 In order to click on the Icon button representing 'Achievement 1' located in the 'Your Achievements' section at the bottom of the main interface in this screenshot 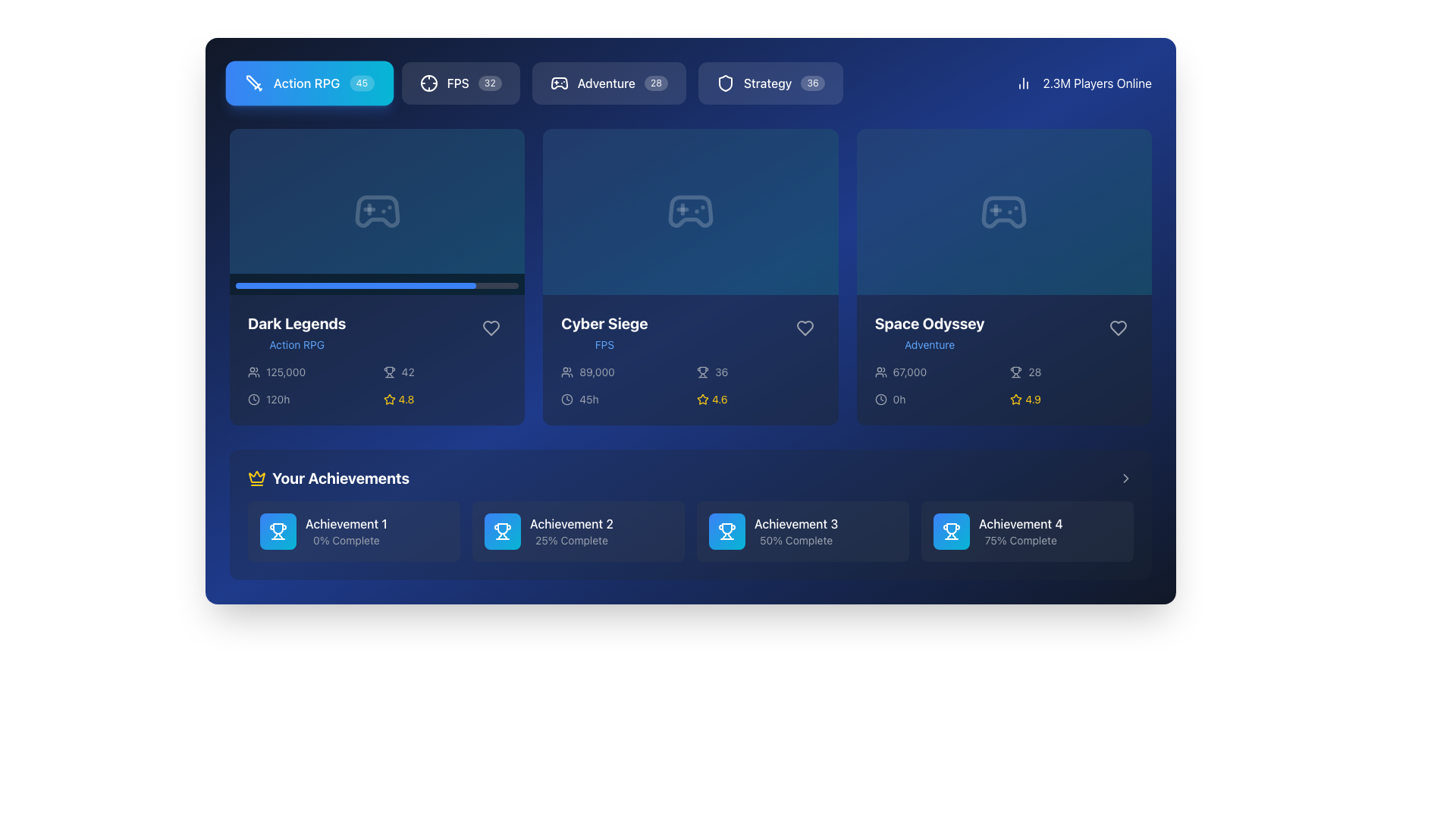, I will do `click(278, 531)`.